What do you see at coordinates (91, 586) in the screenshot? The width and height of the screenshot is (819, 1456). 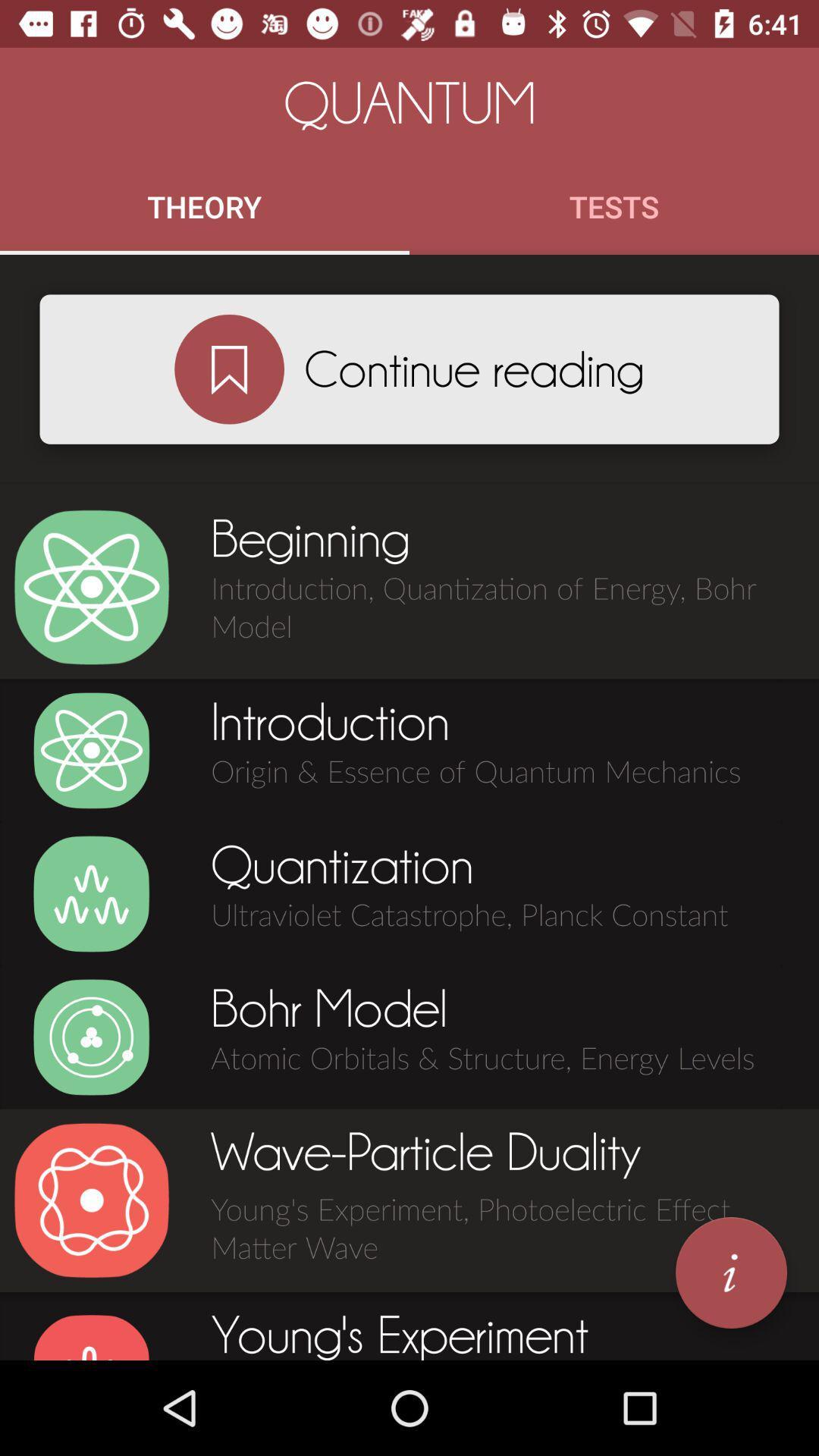 I see `the symbol which is to the immediate left of the beginning` at bounding box center [91, 586].